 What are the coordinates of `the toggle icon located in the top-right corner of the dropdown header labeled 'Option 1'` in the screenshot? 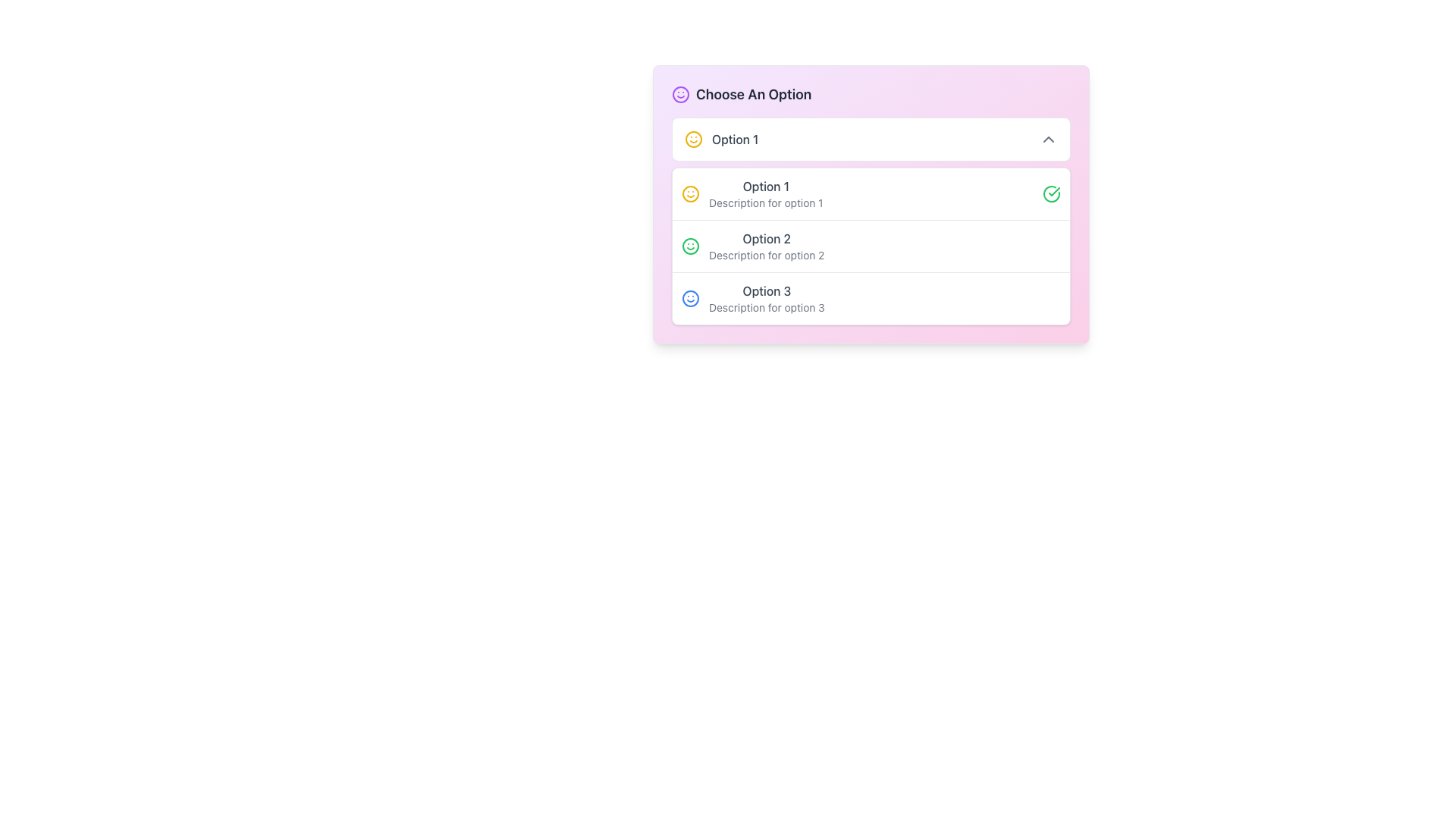 It's located at (1047, 140).